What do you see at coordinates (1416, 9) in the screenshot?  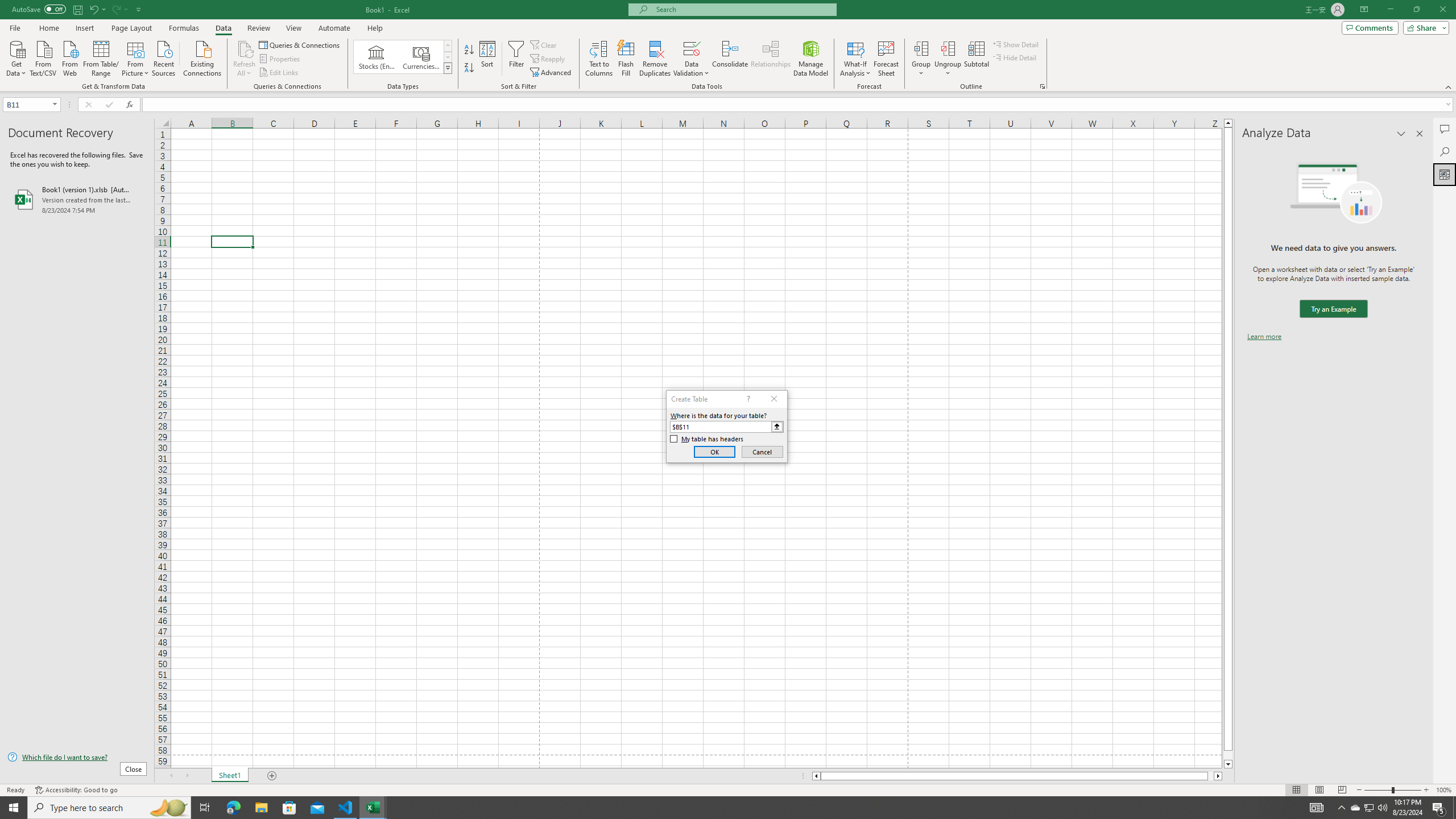 I see `'Restore Down'` at bounding box center [1416, 9].